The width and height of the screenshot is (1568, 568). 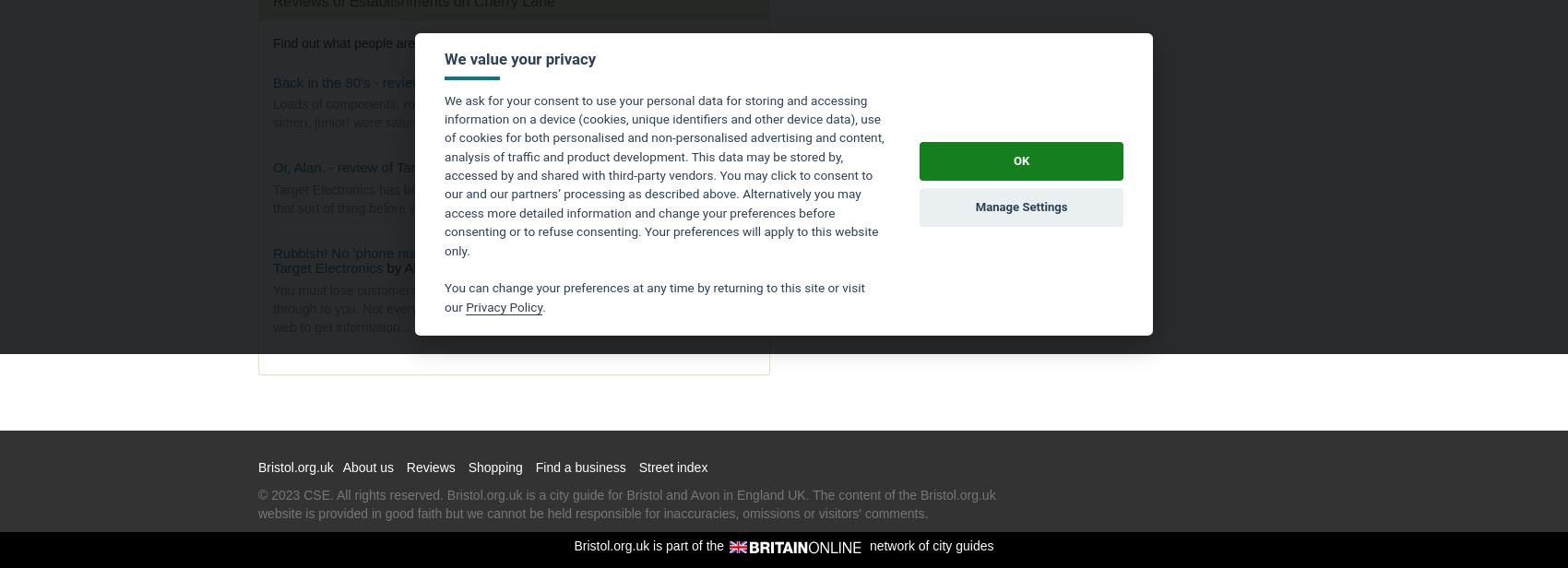 I want to click on 'About us', so click(x=340, y=466).